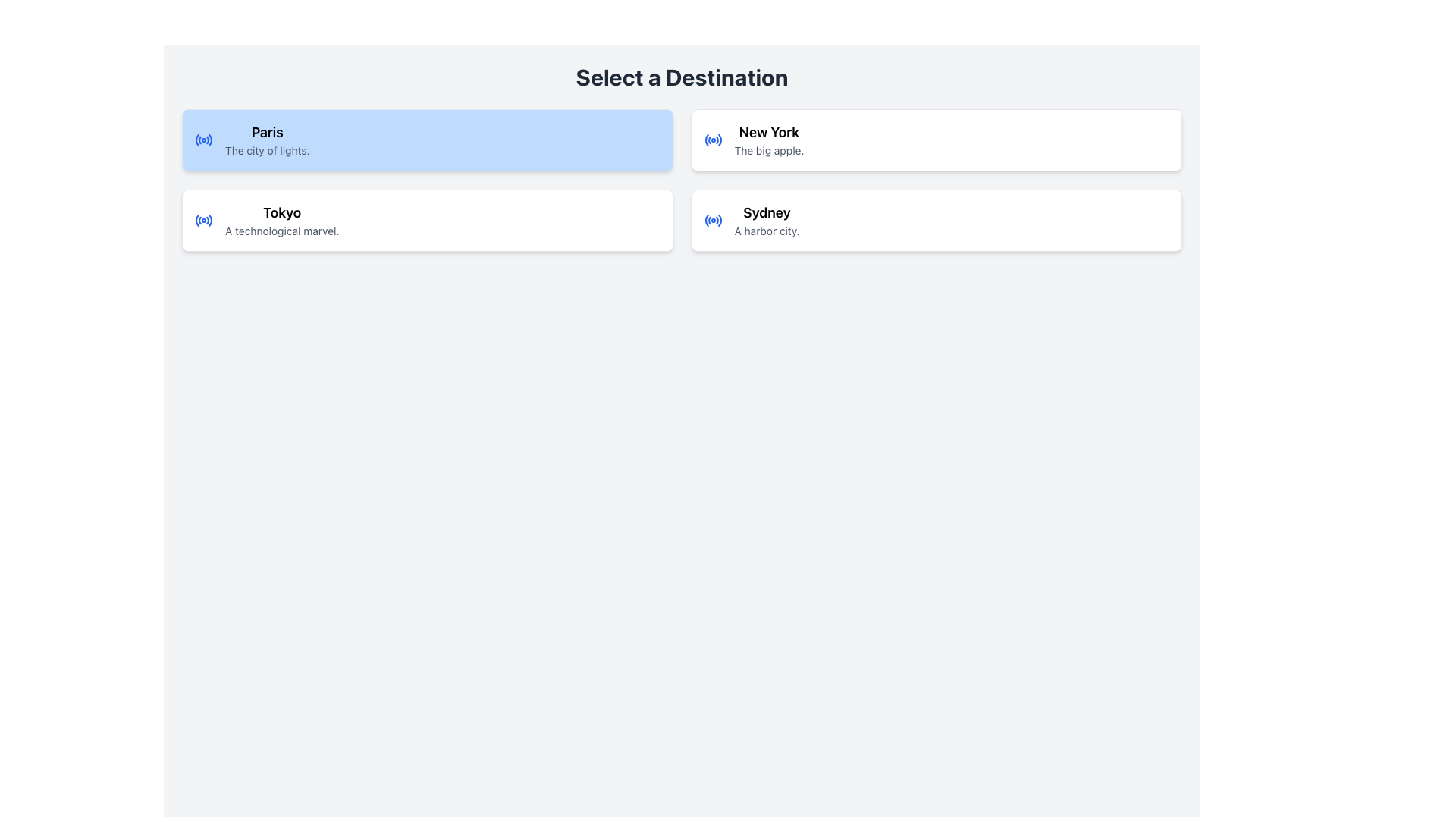 The width and height of the screenshot is (1456, 819). I want to click on the circular radio wave icon with blue styling located to the left of the text 'New York' in the upper-right section of the interface, so click(712, 140).